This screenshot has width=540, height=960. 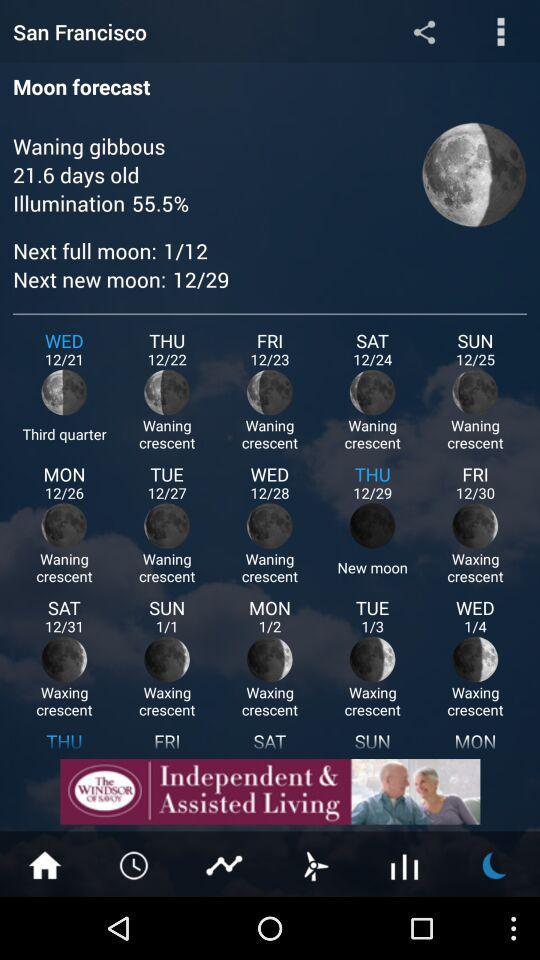 What do you see at coordinates (44, 925) in the screenshot?
I see `the home icon` at bounding box center [44, 925].